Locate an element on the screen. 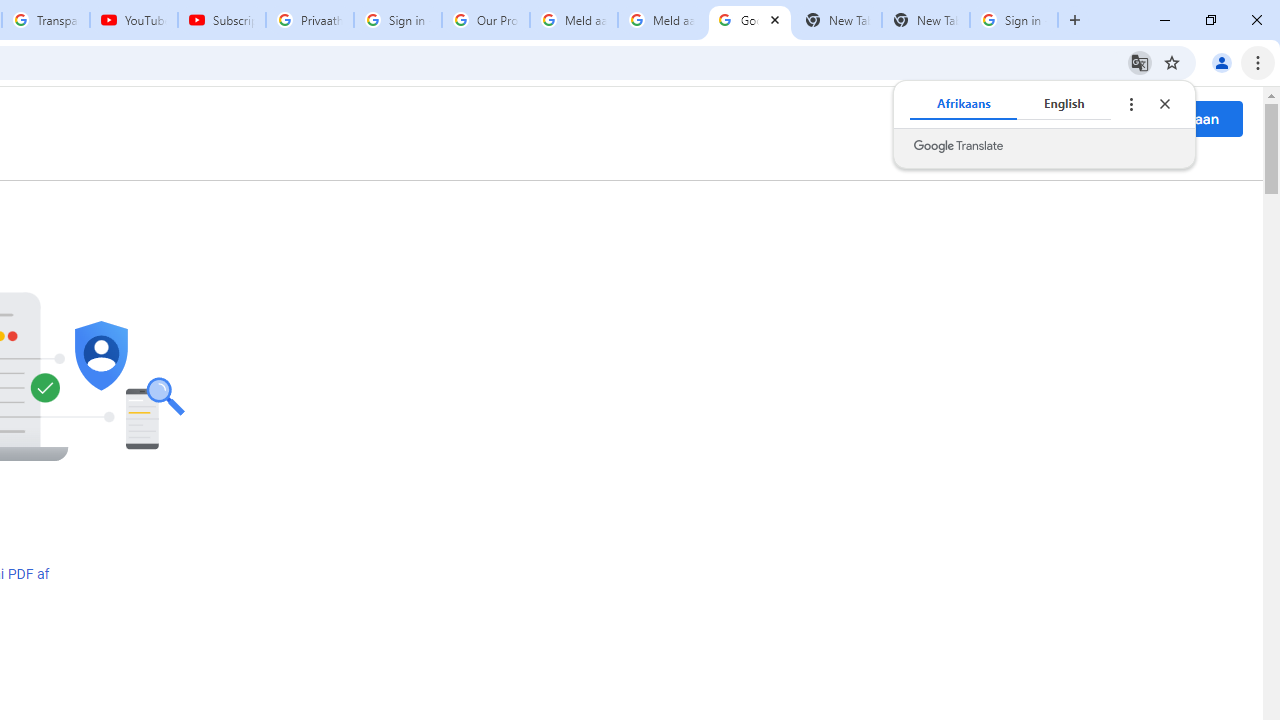 The width and height of the screenshot is (1280, 720). 'Translate options' is located at coordinates (1130, 104).